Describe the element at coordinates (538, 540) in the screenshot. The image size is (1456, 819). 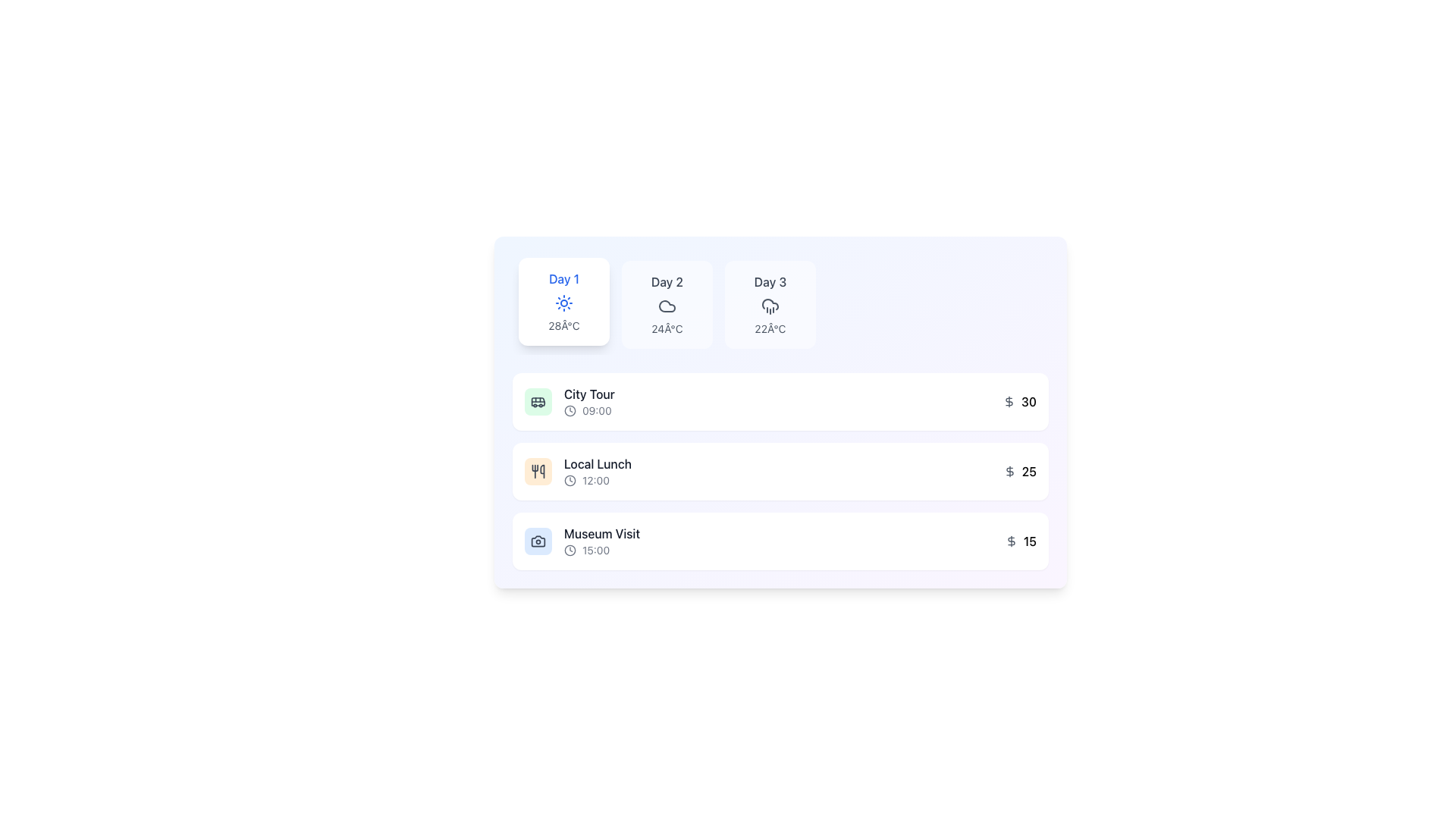
I see `the stylized camera icon with a light blue fill and gray outline, located to the left of the 'Museum Visit' text in the third list item from the top` at that location.